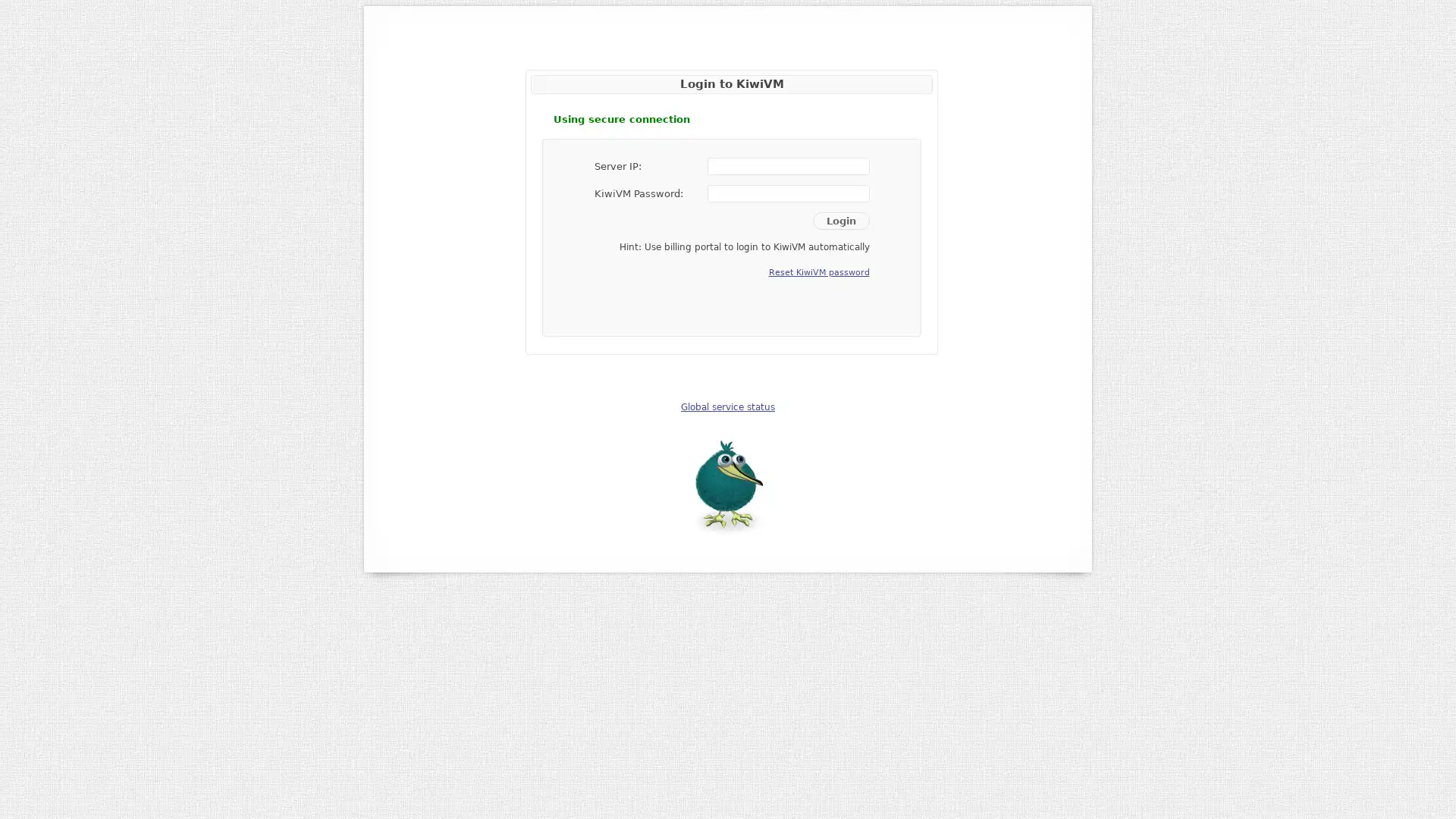 The height and width of the screenshot is (819, 1456). I want to click on Login, so click(839, 221).